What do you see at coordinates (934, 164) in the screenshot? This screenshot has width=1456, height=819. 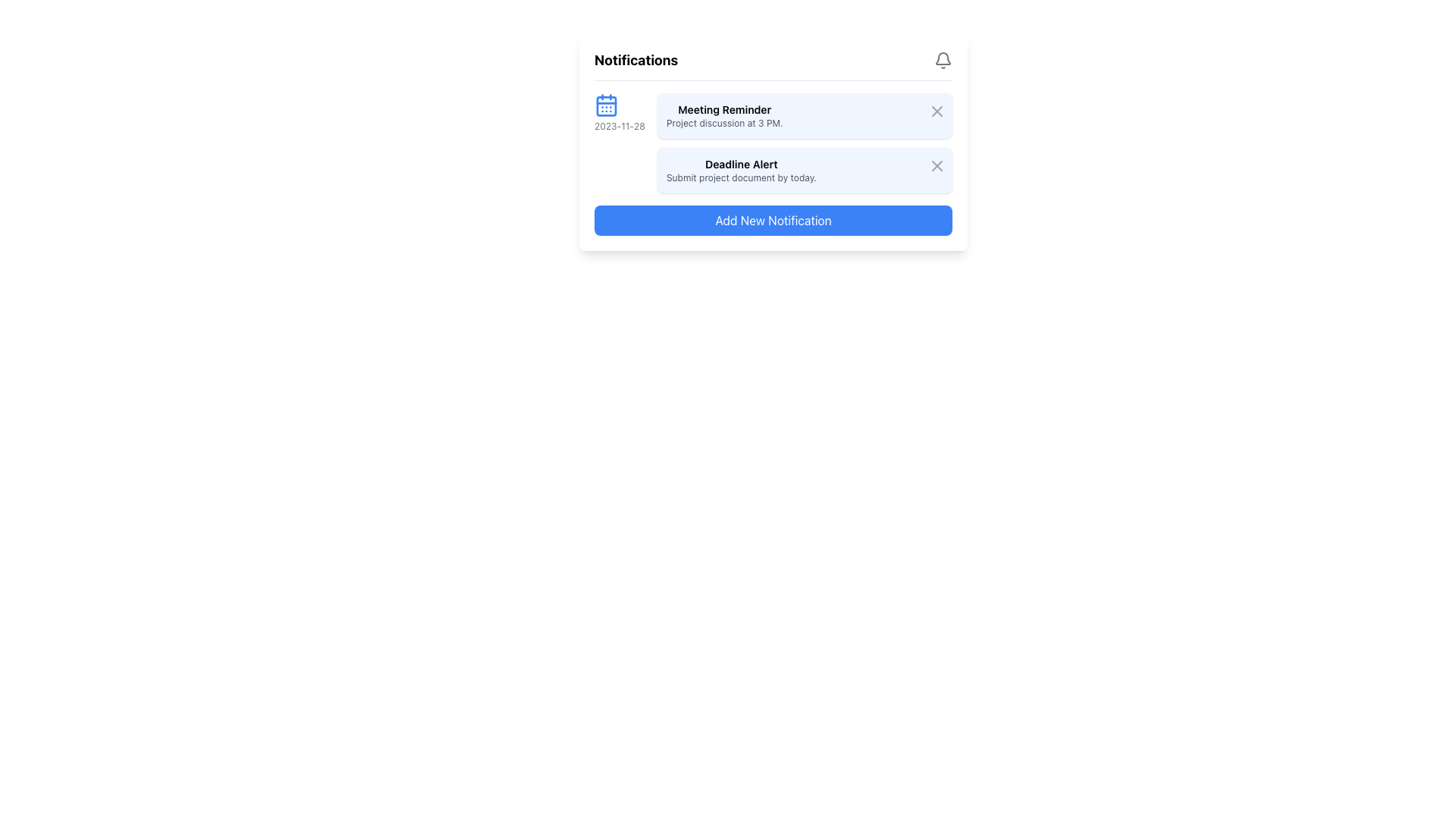 I see `the interactive button for dismissing the notification, located on the far right side of the notification box` at bounding box center [934, 164].